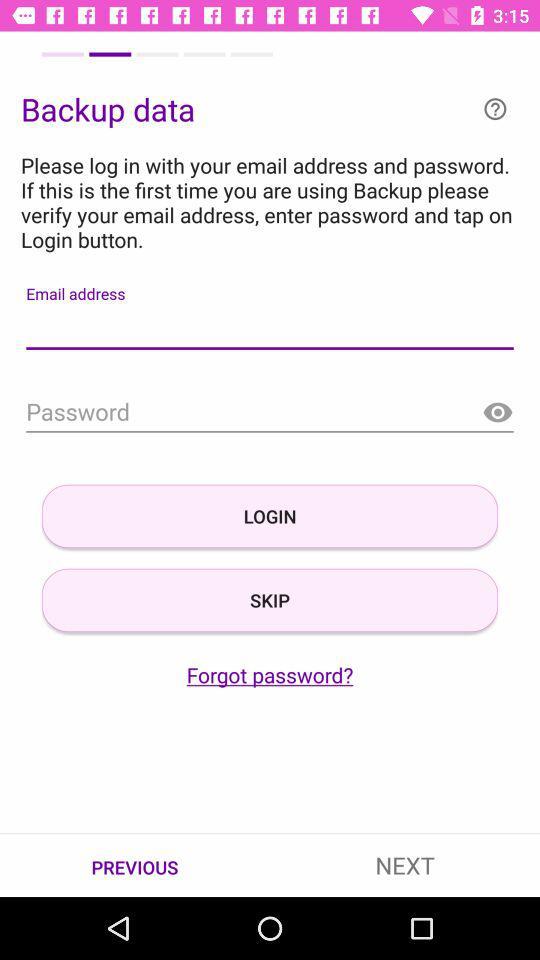 The height and width of the screenshot is (960, 540). Describe the element at coordinates (494, 109) in the screenshot. I see `help or info` at that location.